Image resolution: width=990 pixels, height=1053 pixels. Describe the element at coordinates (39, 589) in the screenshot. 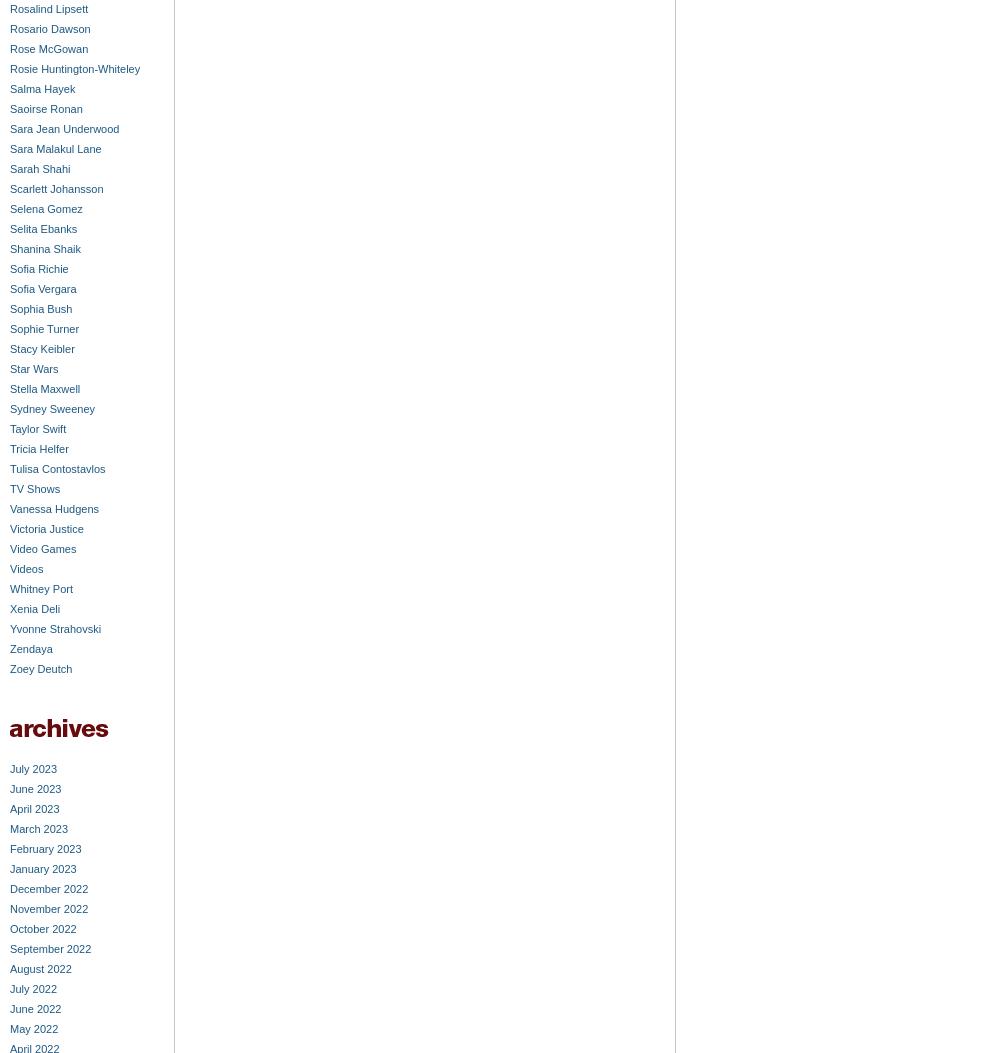

I see `'Whitney Port'` at that location.